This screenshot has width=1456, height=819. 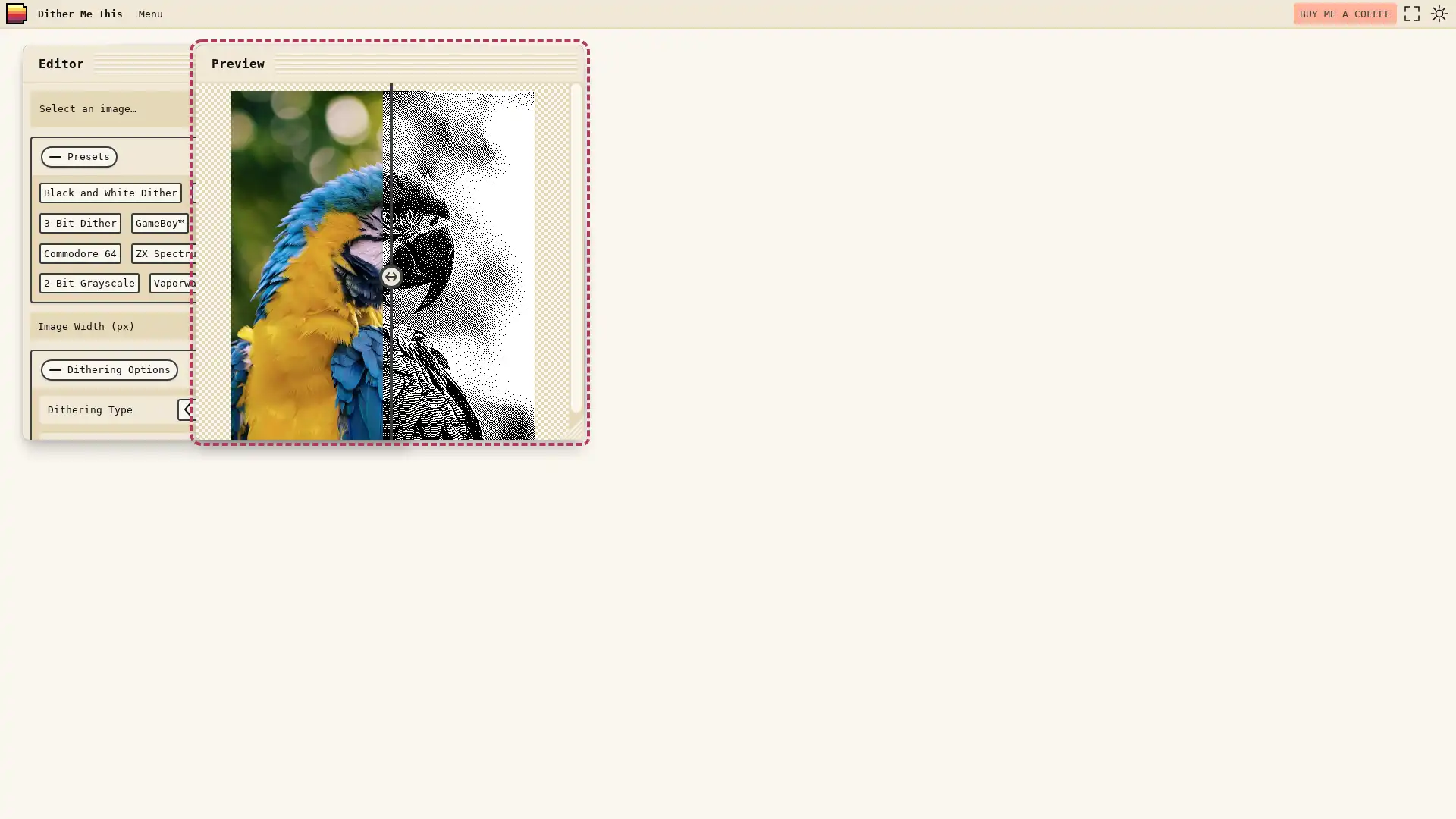 What do you see at coordinates (109, 192) in the screenshot?
I see `Black and White Dither` at bounding box center [109, 192].